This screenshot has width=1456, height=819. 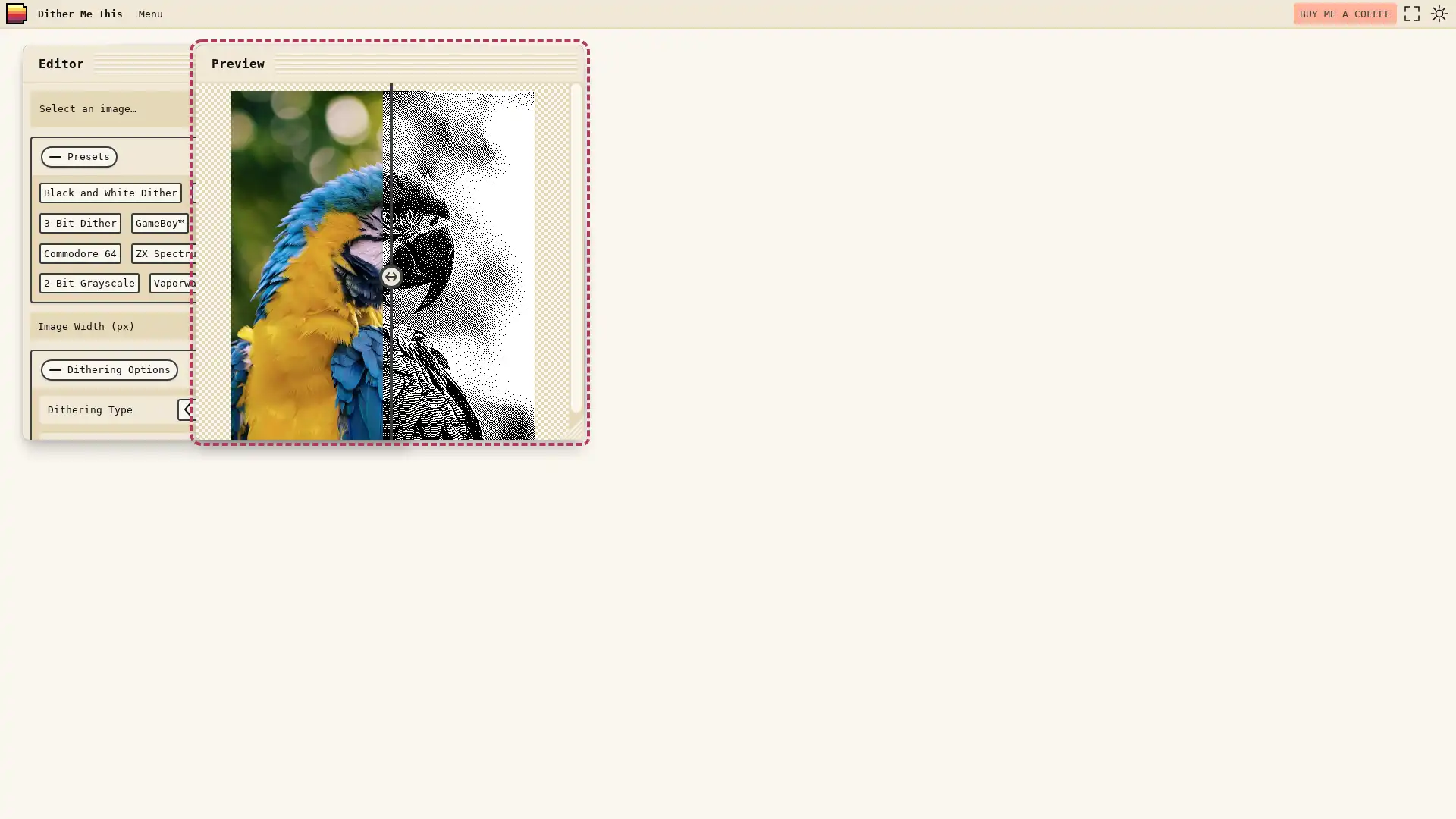 What do you see at coordinates (109, 192) in the screenshot?
I see `Black and White Dither` at bounding box center [109, 192].